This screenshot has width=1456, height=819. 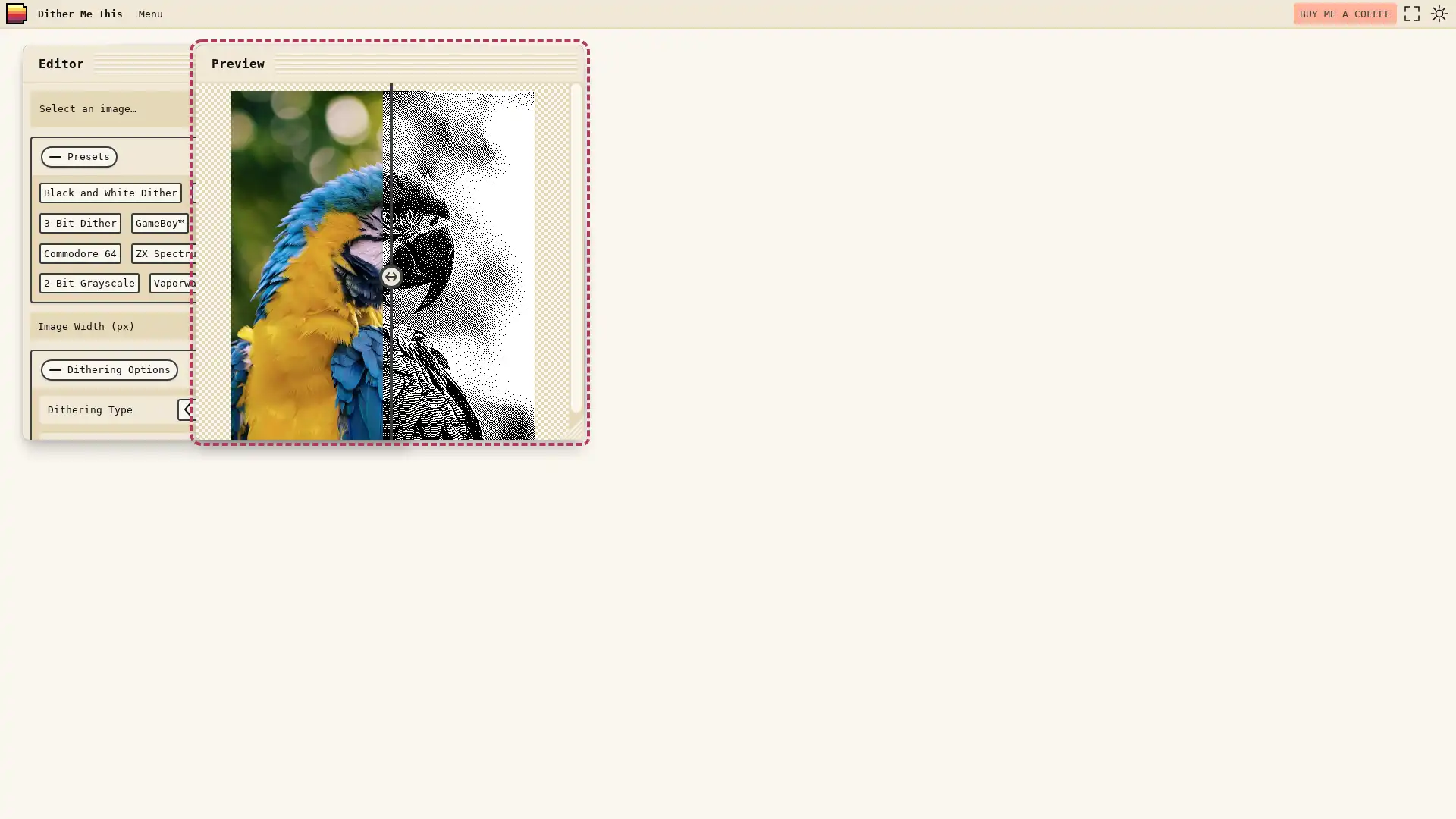 What do you see at coordinates (109, 192) in the screenshot?
I see `Black and White Dither` at bounding box center [109, 192].